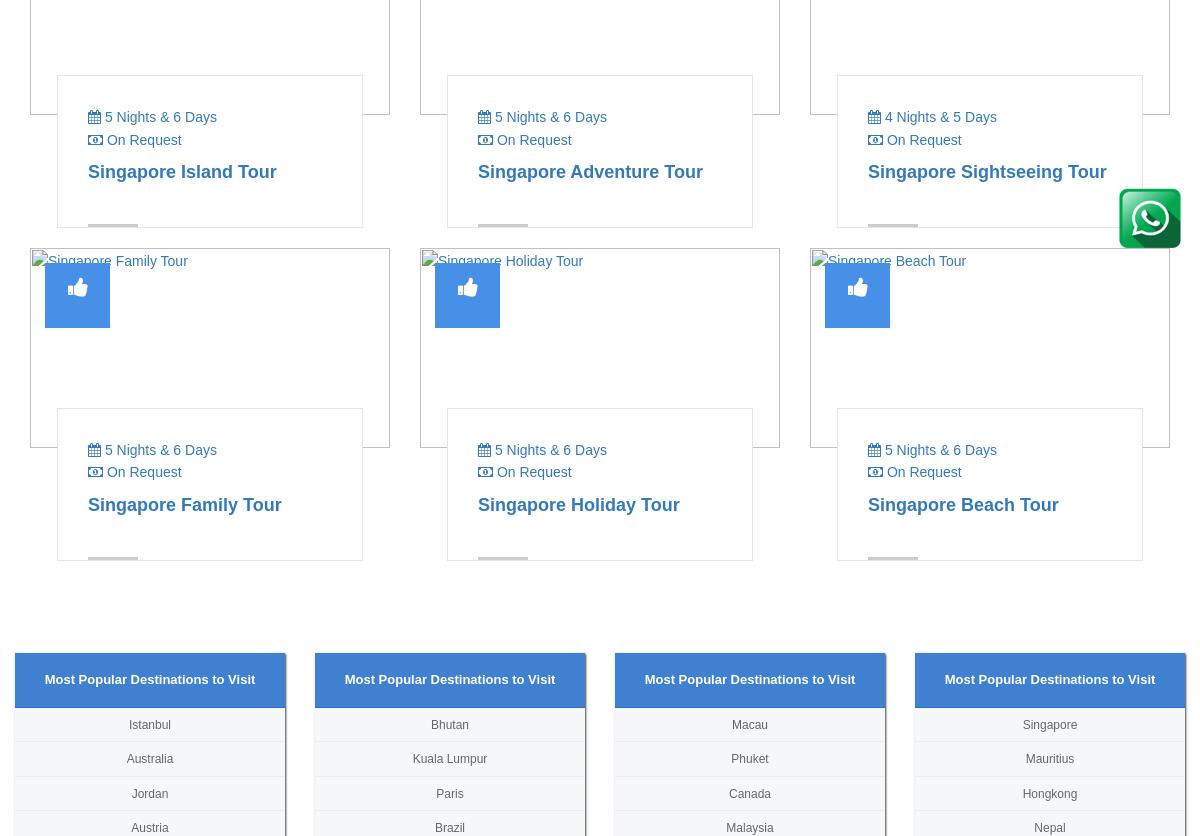  What do you see at coordinates (181, 169) in the screenshot?
I see `'Singapore Island Tour'` at bounding box center [181, 169].